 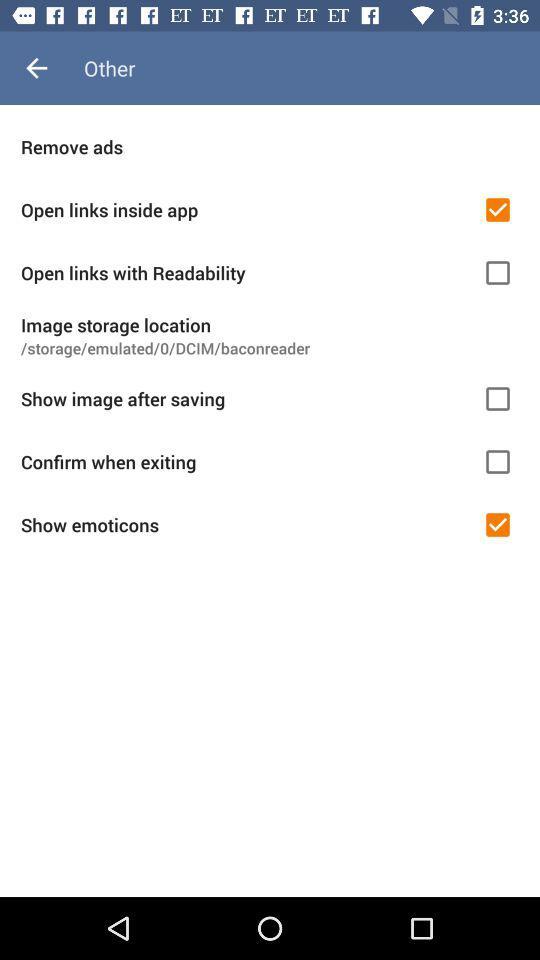 I want to click on the item above the storage emulated 0 item, so click(x=270, y=325).